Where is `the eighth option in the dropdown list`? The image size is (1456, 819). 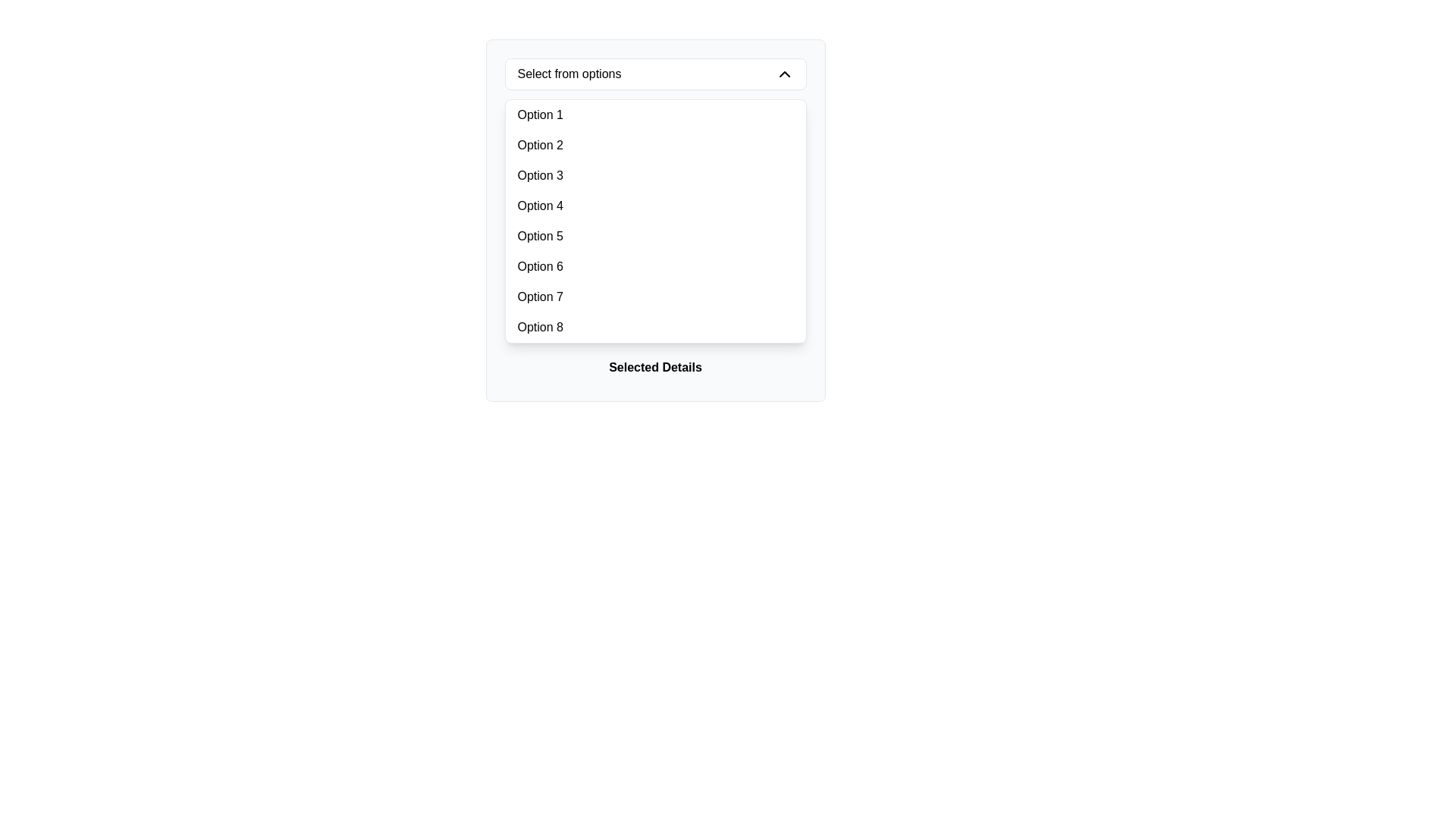 the eighth option in the dropdown list is located at coordinates (540, 327).